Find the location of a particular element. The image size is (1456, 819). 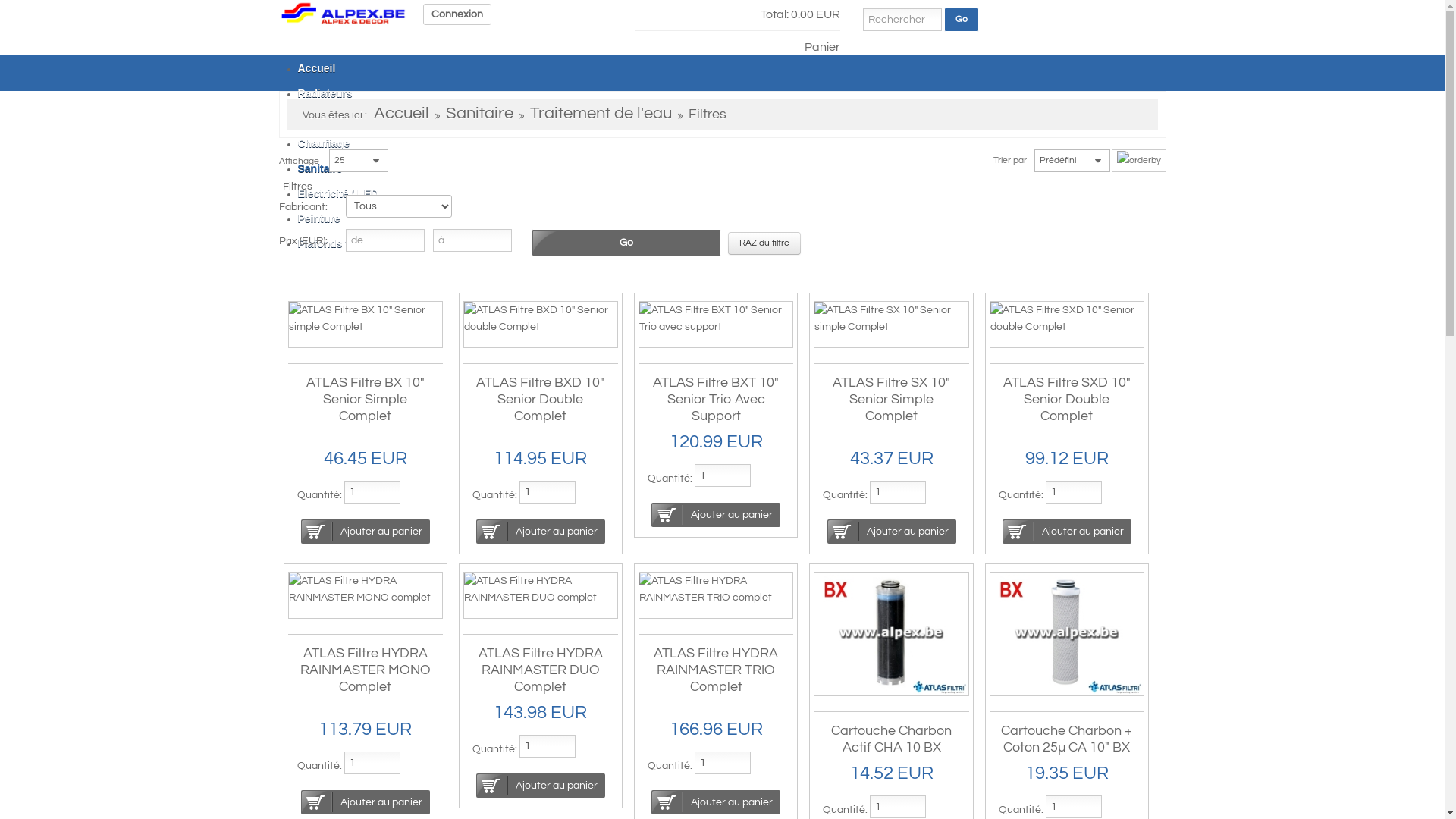

'Accueil' is located at coordinates (315, 67).